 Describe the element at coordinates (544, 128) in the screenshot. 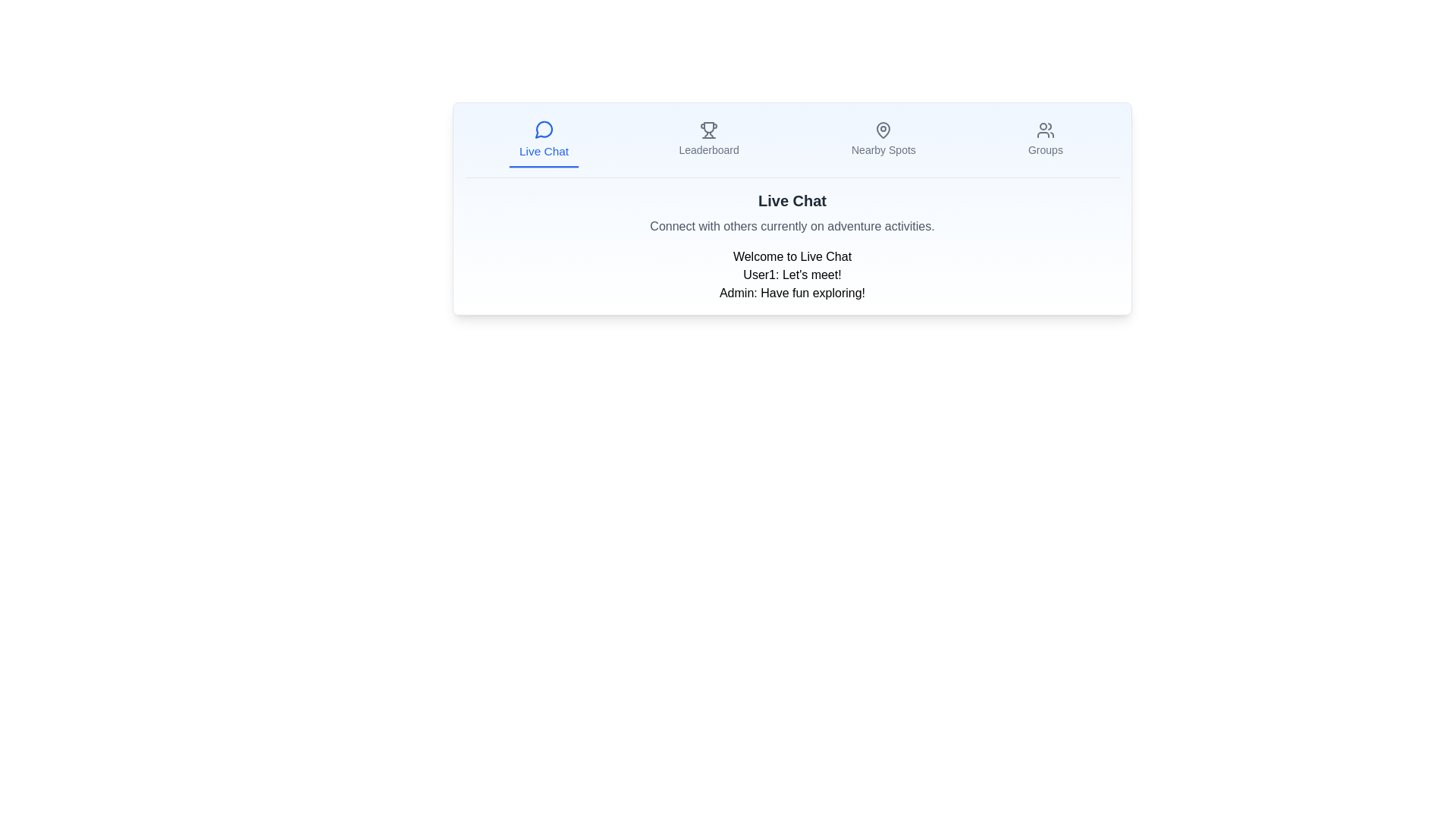

I see `the 'Live Chat' icon located at the top-left section of the navigation menu` at that location.